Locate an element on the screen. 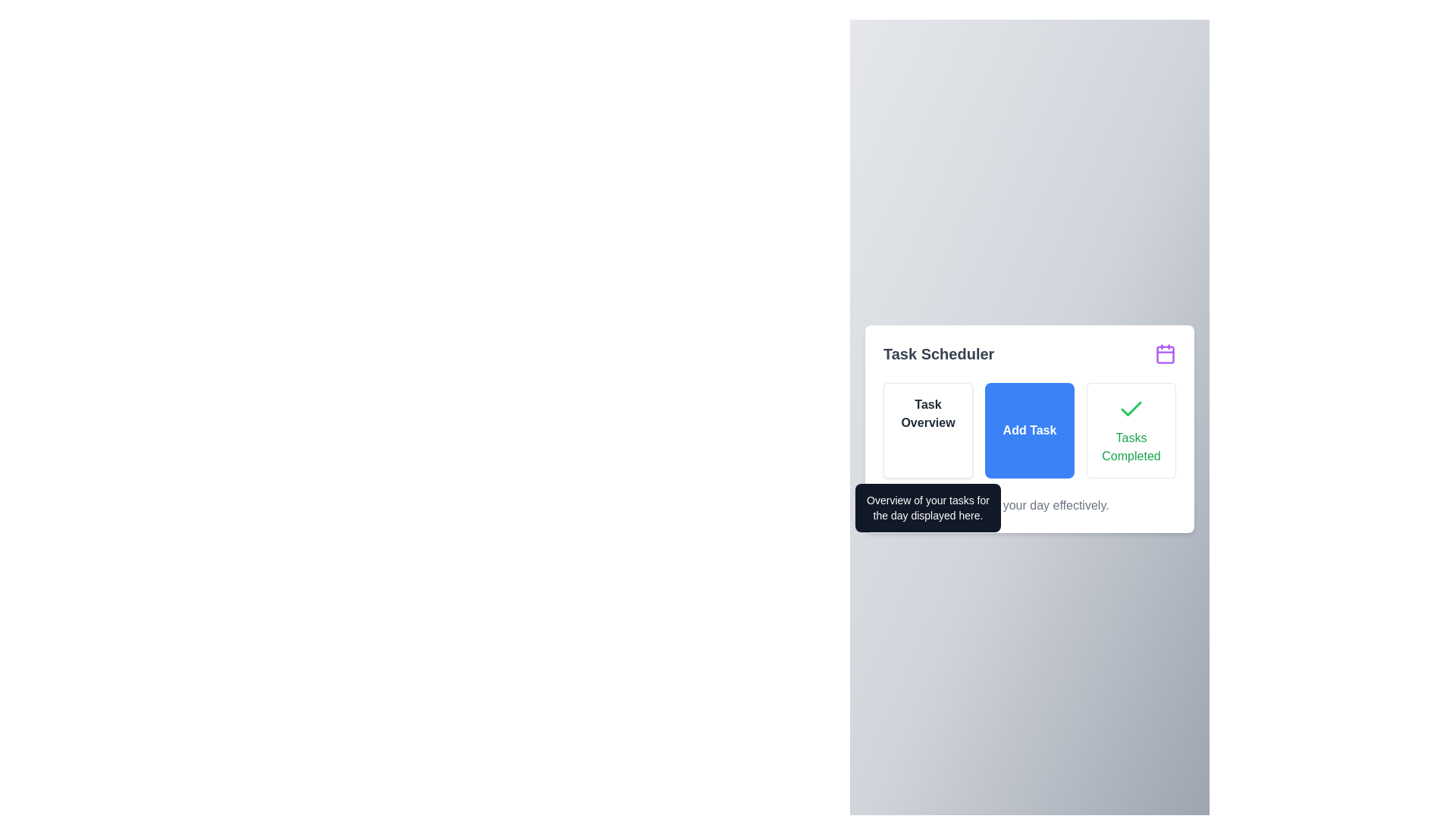 This screenshot has width=1456, height=819. the 'Add Task' button is located at coordinates (1030, 430).